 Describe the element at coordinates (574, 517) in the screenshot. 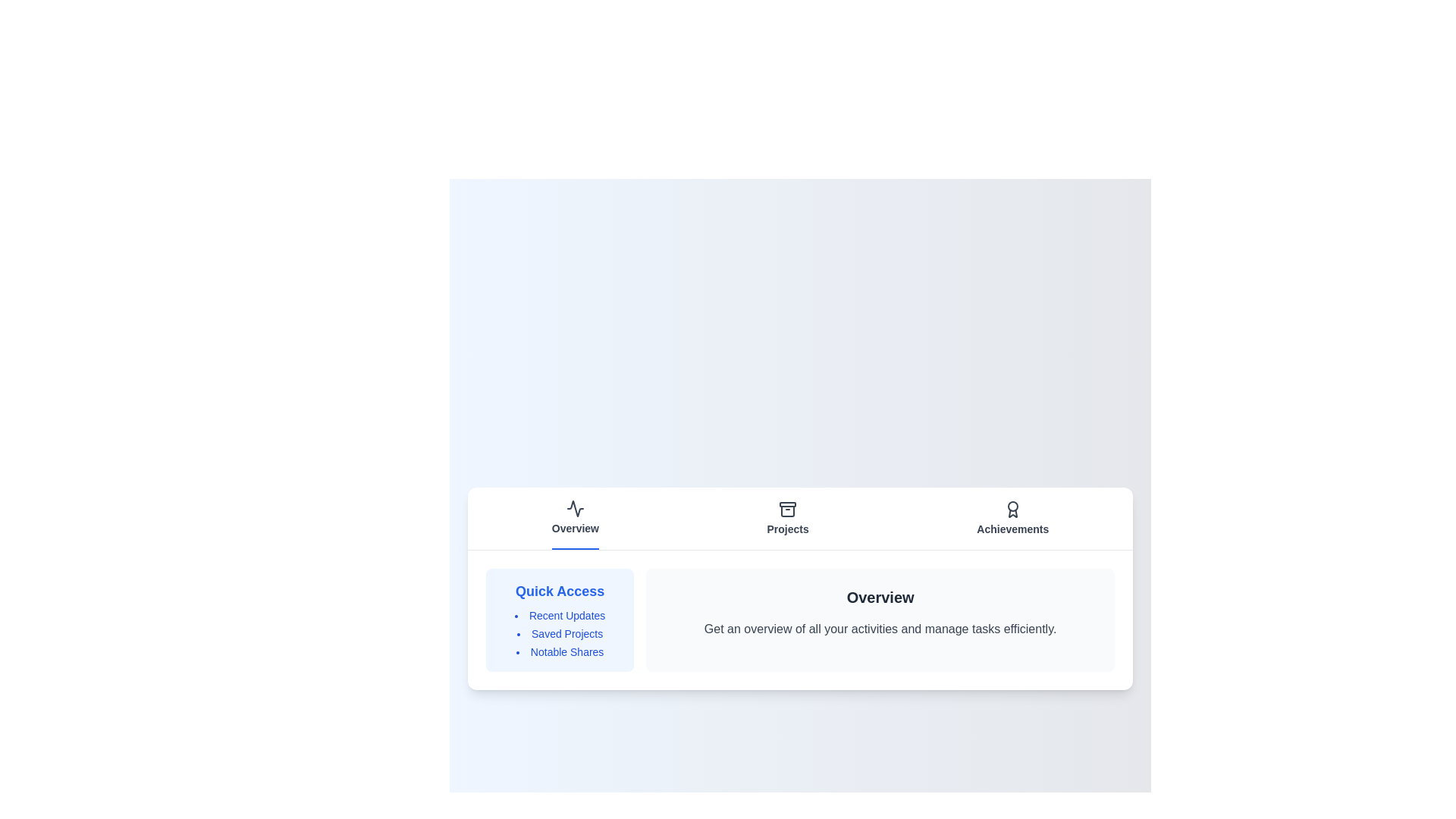

I see `the Overview tab to view its content` at that location.